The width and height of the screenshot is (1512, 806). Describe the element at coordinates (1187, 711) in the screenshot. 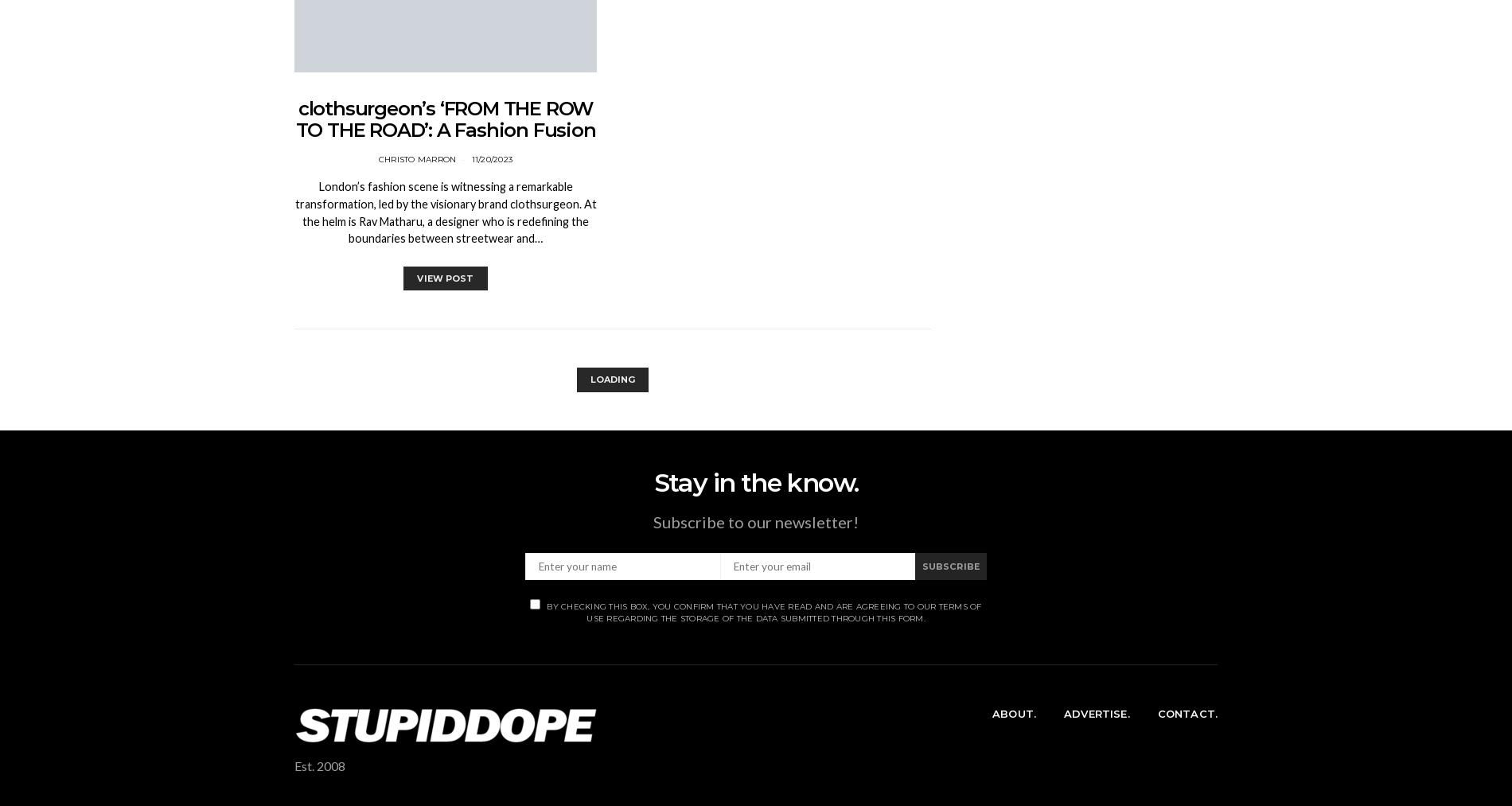

I see `'Contact.'` at that location.